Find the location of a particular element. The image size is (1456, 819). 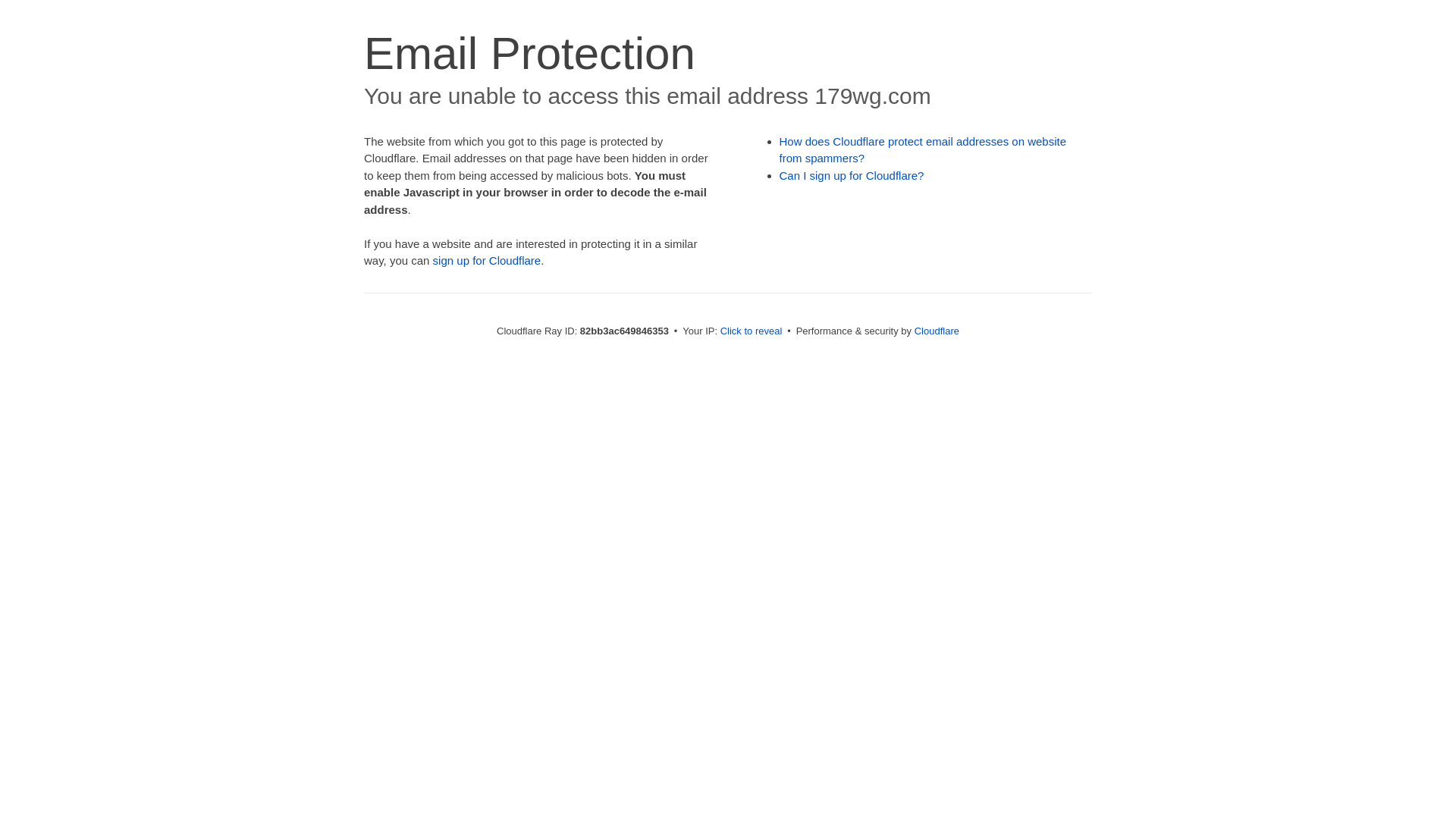

'Cloudflare' is located at coordinates (913, 330).